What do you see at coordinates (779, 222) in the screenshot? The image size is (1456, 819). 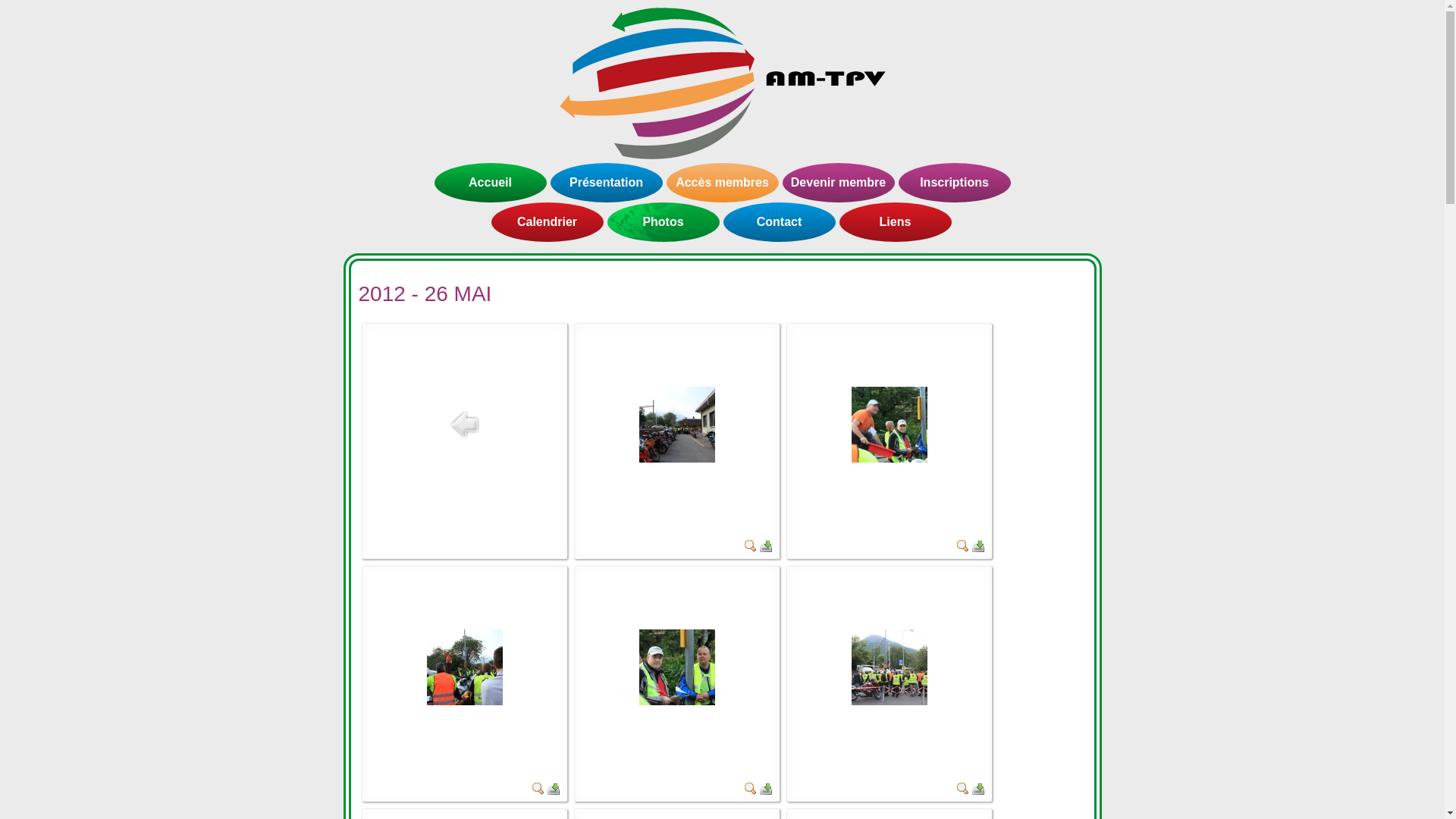 I see `'Contact'` at bounding box center [779, 222].